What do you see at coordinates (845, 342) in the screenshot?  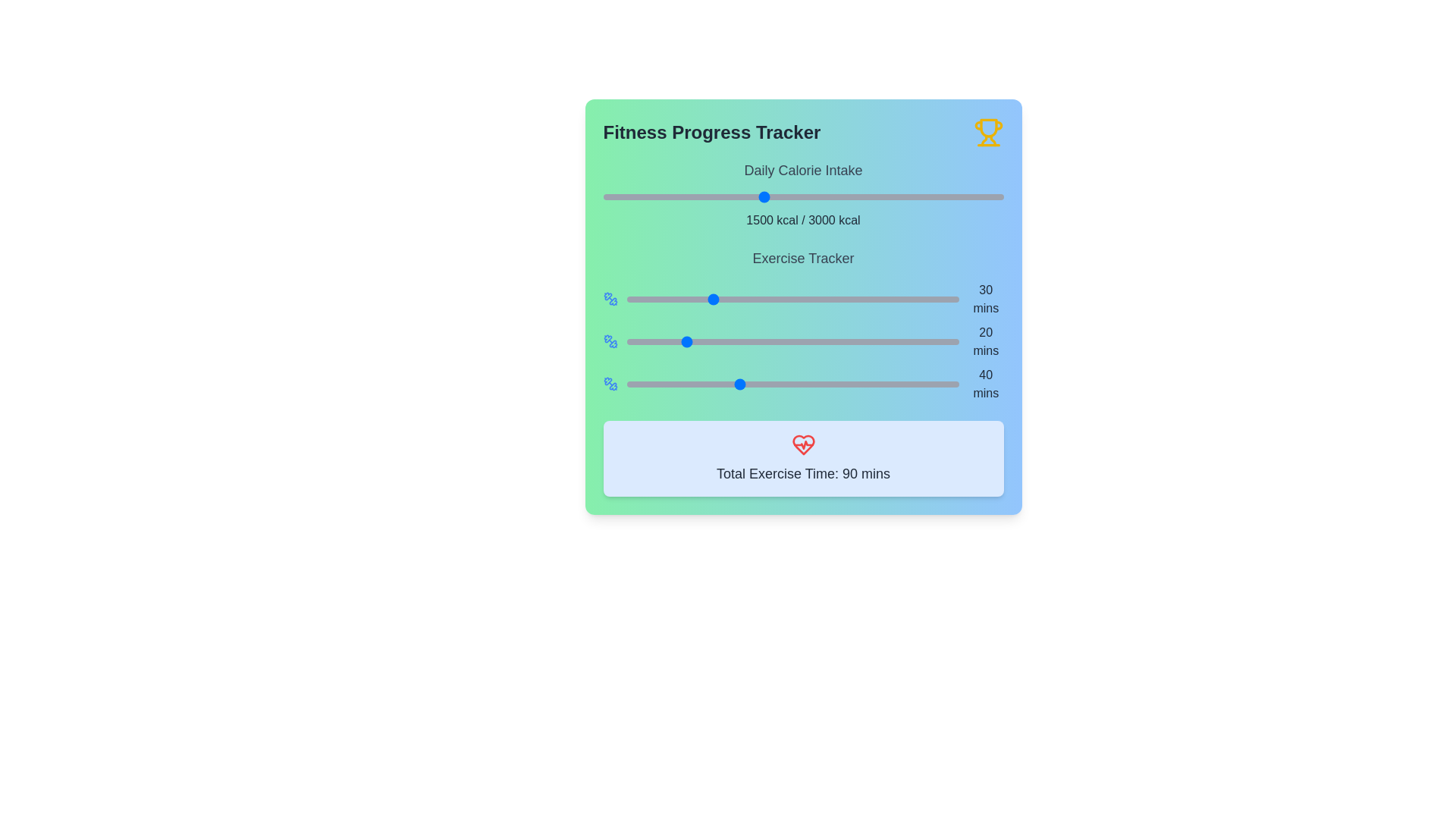 I see `the slider value` at bounding box center [845, 342].